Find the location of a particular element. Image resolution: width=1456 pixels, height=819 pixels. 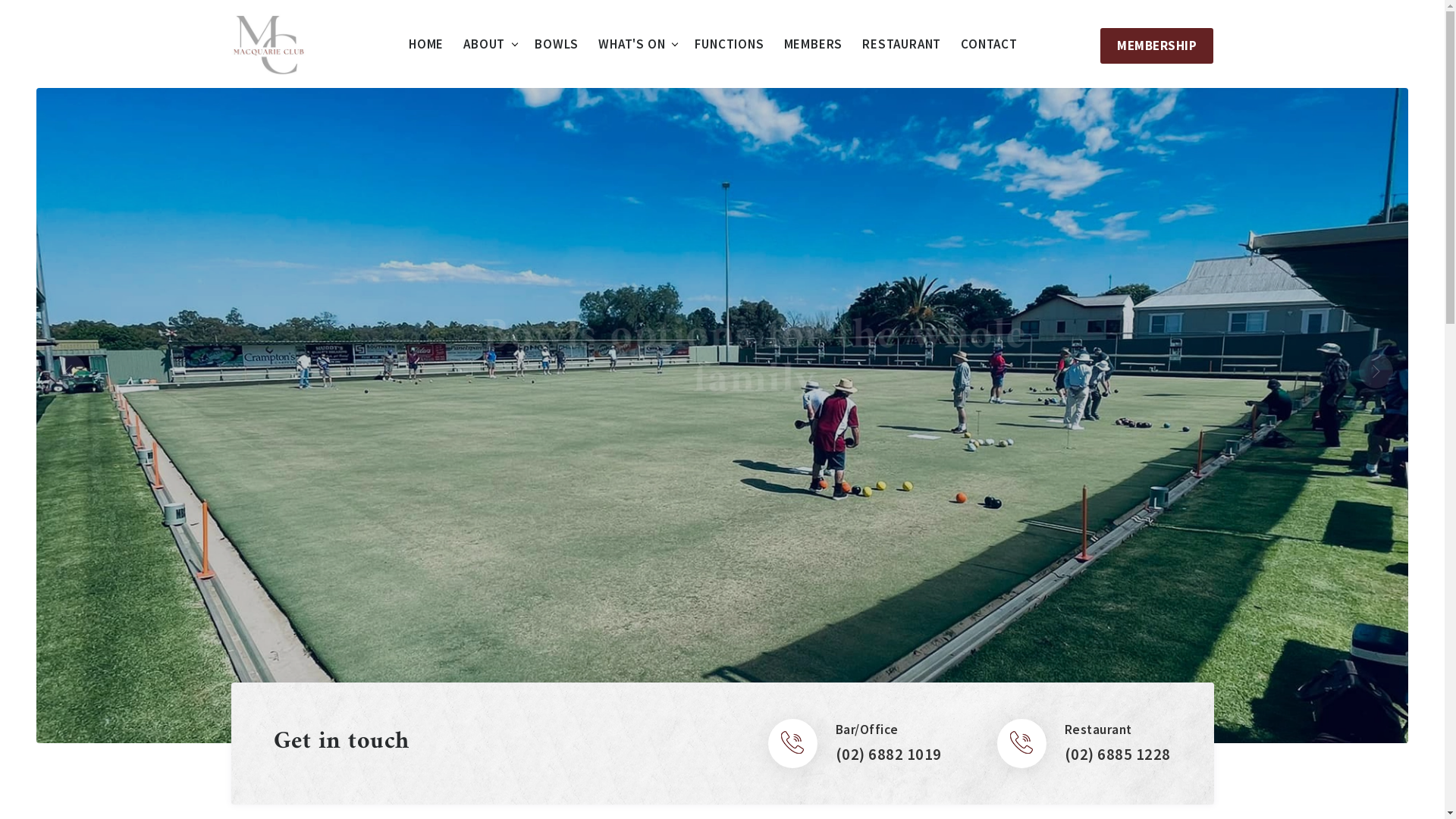

'ABOUT' is located at coordinates (483, 43).